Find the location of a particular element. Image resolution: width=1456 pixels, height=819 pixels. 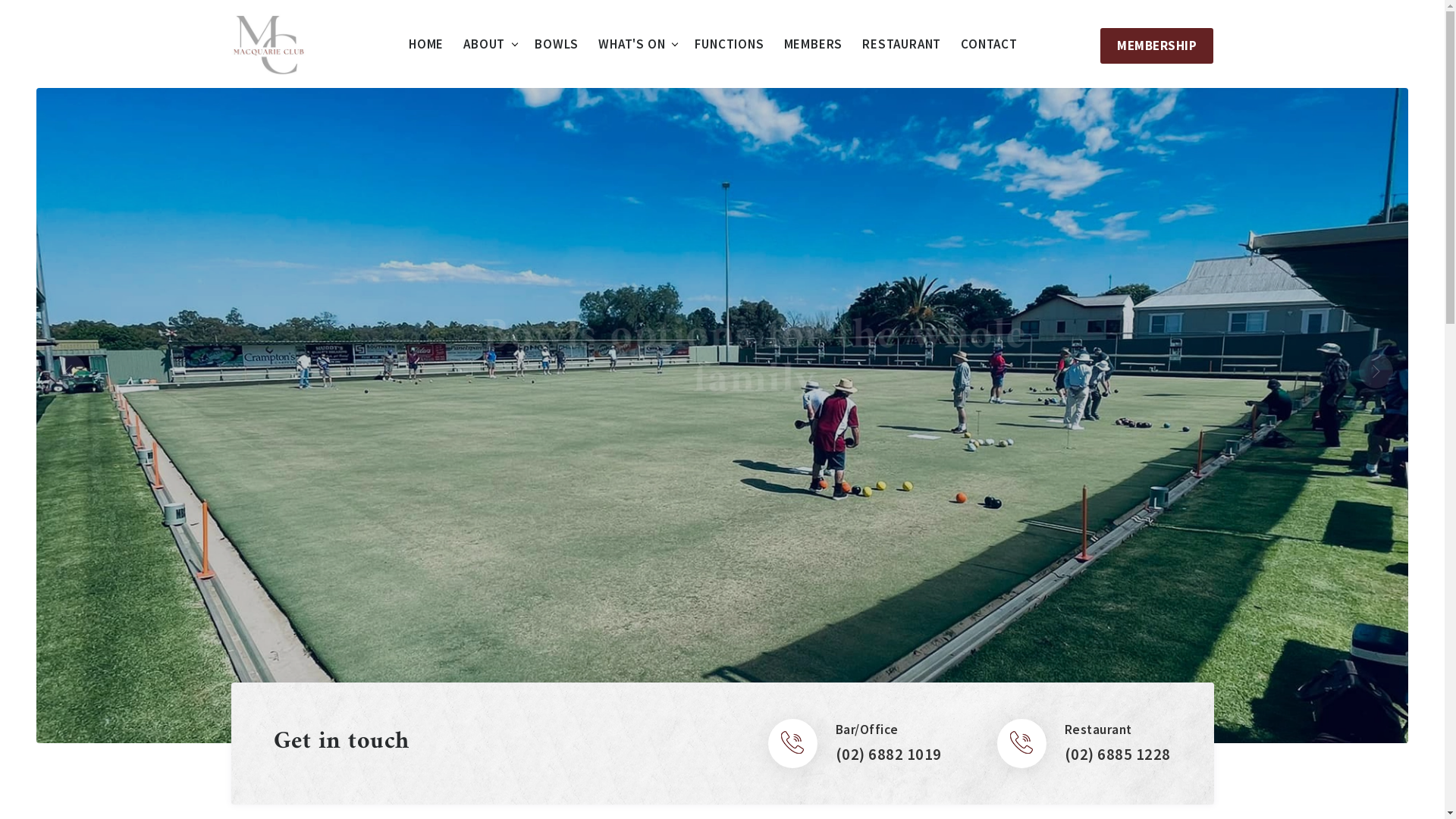

'ABOUT' is located at coordinates (483, 43).